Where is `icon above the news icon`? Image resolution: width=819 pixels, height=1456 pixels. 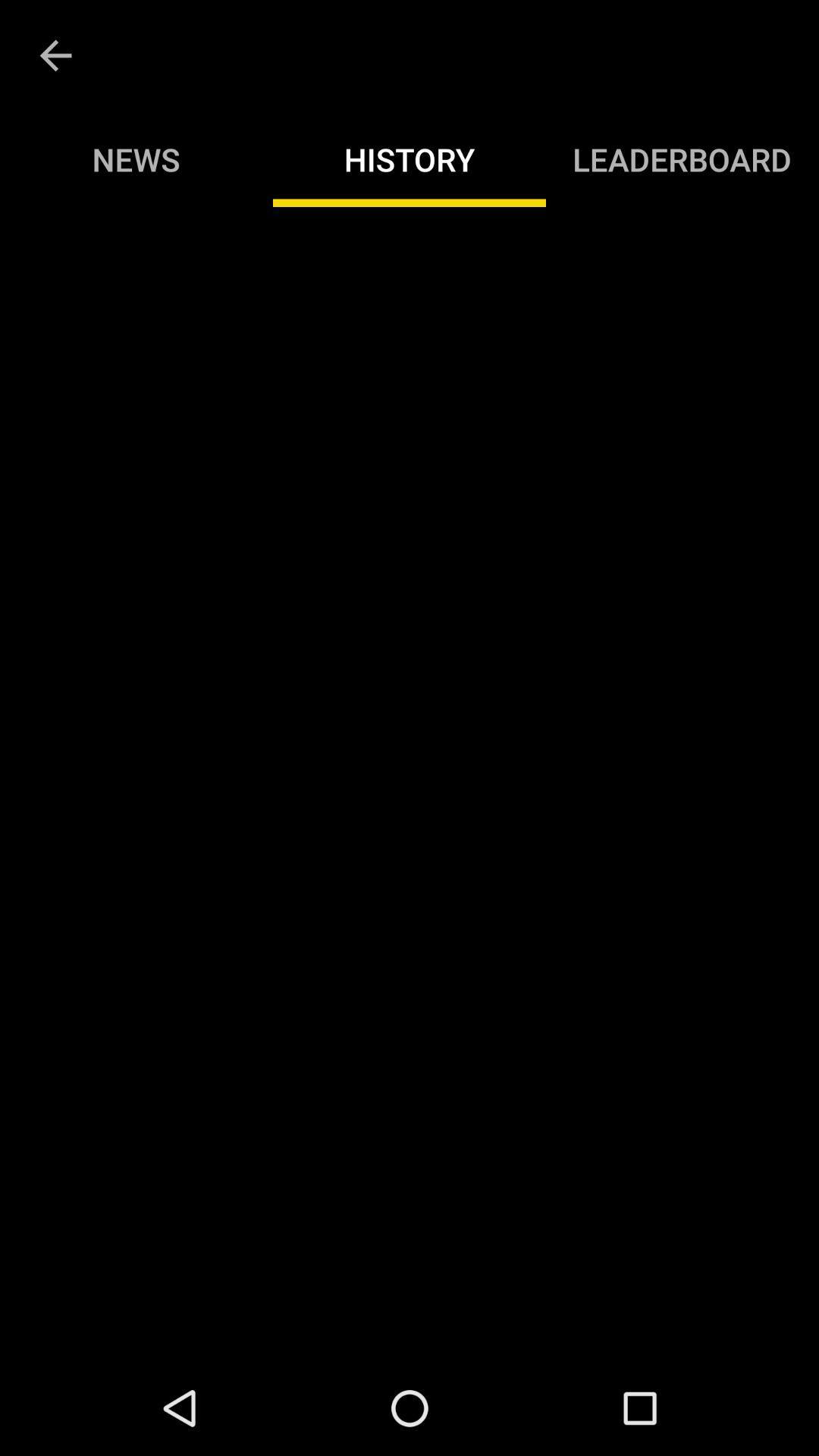 icon above the news icon is located at coordinates (55, 55).